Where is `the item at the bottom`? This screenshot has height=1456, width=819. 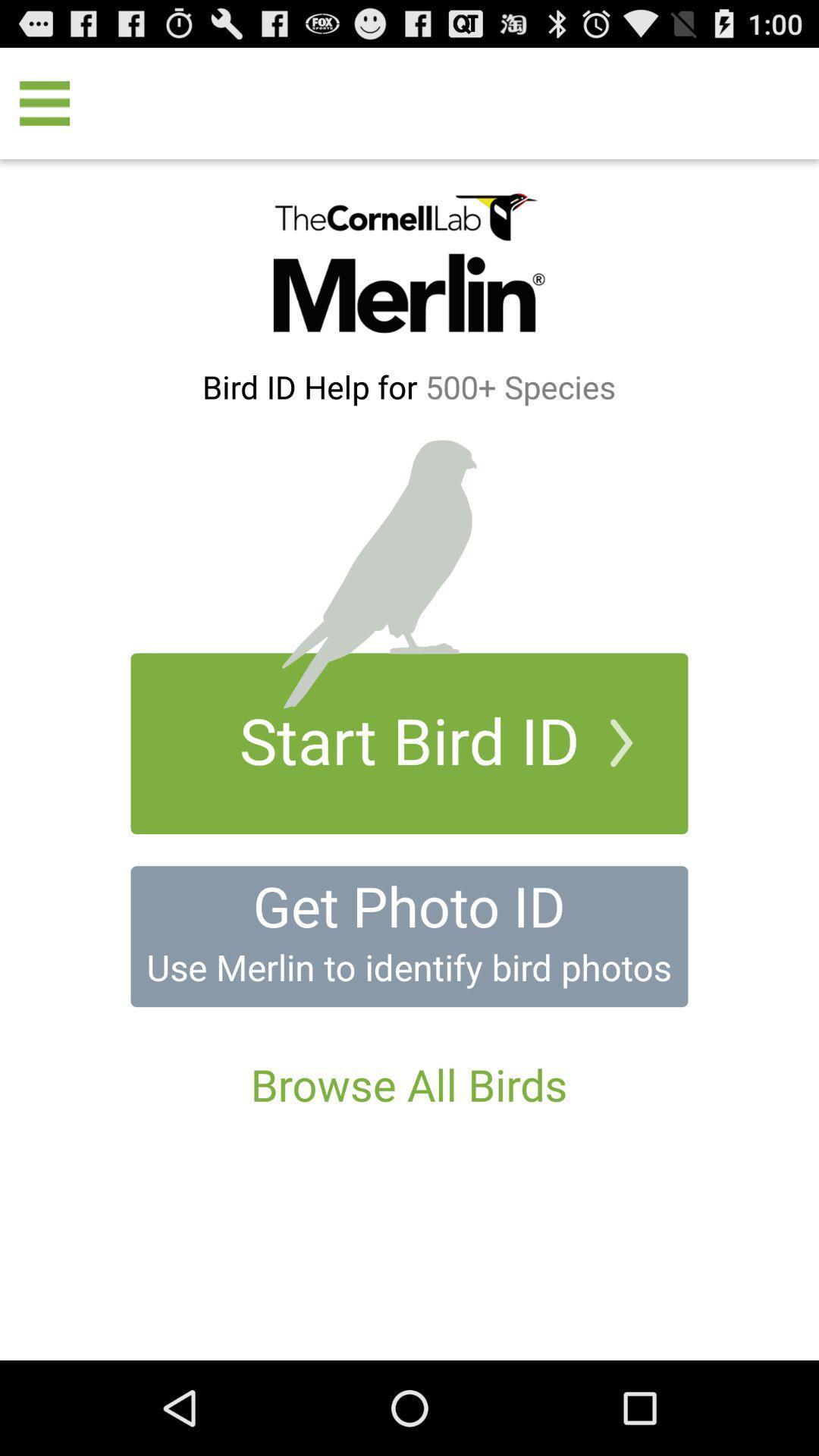
the item at the bottom is located at coordinates (408, 1083).